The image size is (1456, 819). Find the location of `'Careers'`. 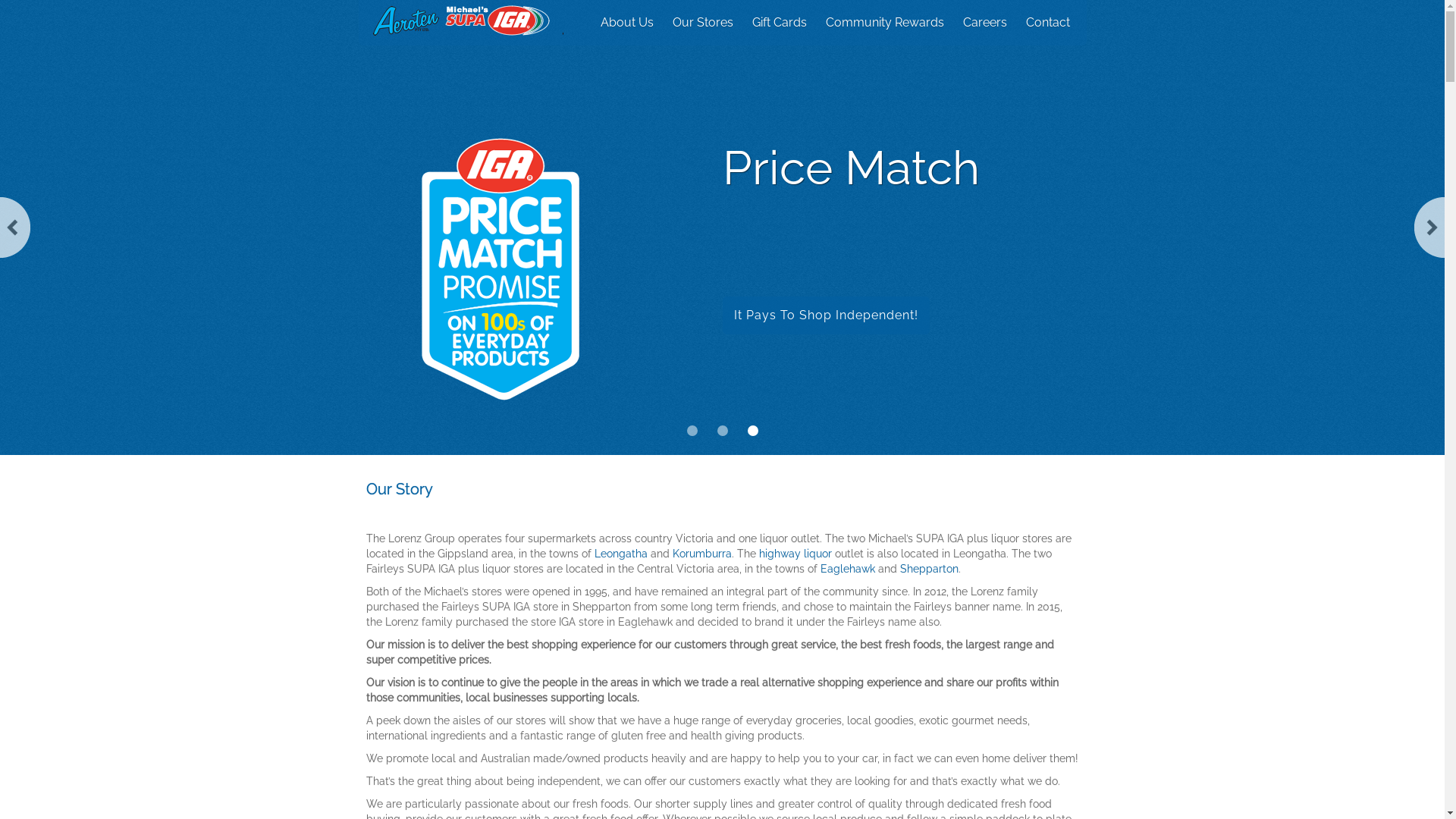

'Careers' is located at coordinates (985, 22).